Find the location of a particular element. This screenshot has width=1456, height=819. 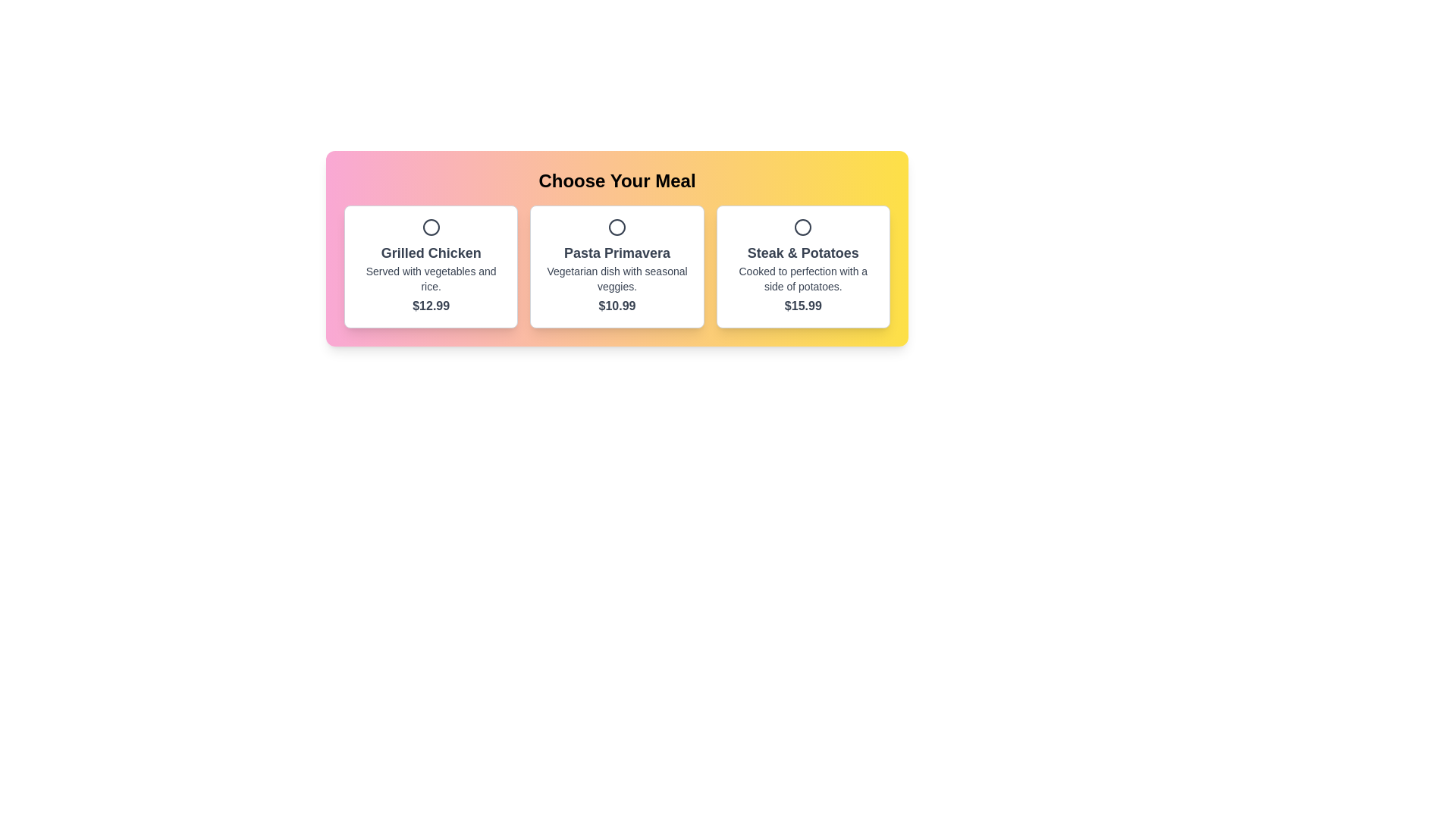

the circular indicator or radio button located at the top center of the 'Grilled Chicken' card is located at coordinates (430, 227).